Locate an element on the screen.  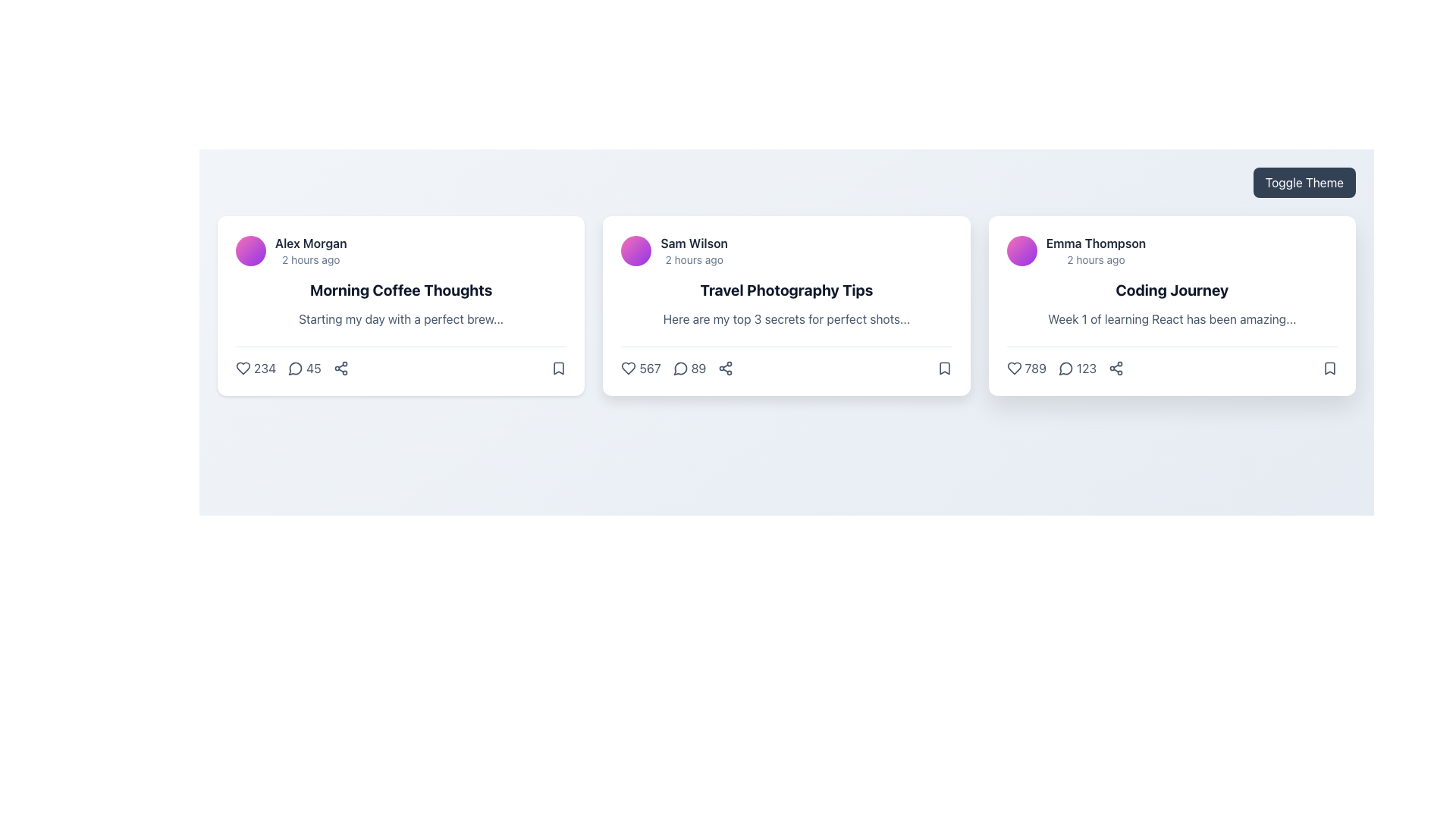
the share icon located in the bottom-right corner of the leftmost content card is located at coordinates (340, 369).